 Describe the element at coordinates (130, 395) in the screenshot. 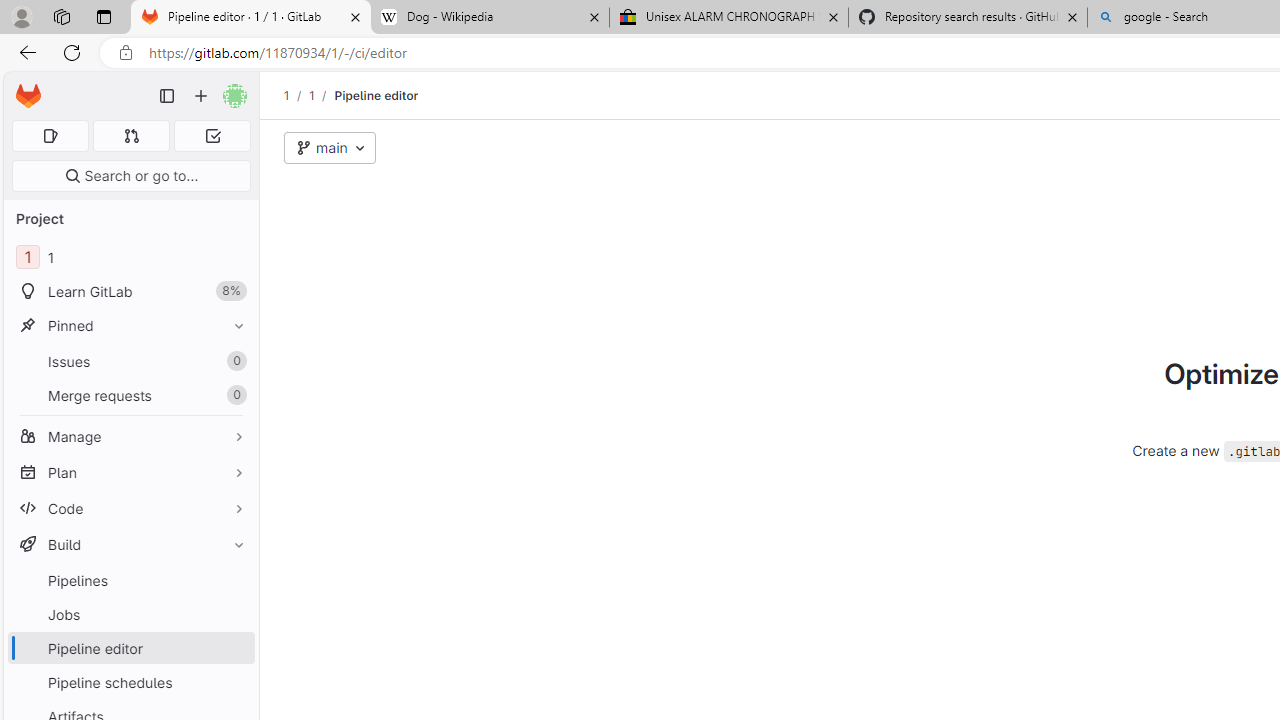

I see `'Merge requests0'` at that location.